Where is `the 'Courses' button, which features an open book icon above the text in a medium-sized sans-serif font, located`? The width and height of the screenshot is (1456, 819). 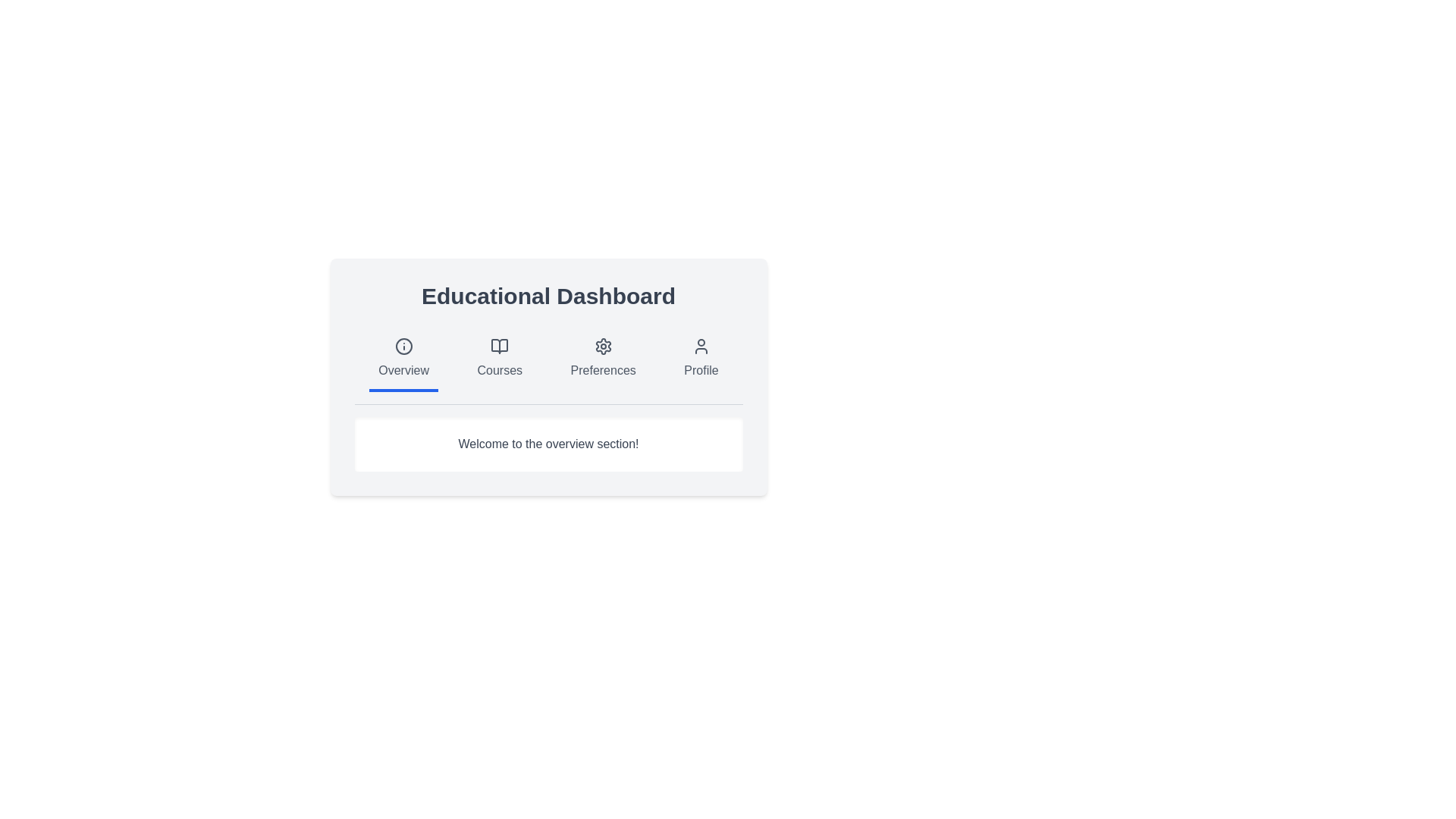
the 'Courses' button, which features an open book icon above the text in a medium-sized sans-serif font, located is located at coordinates (500, 359).